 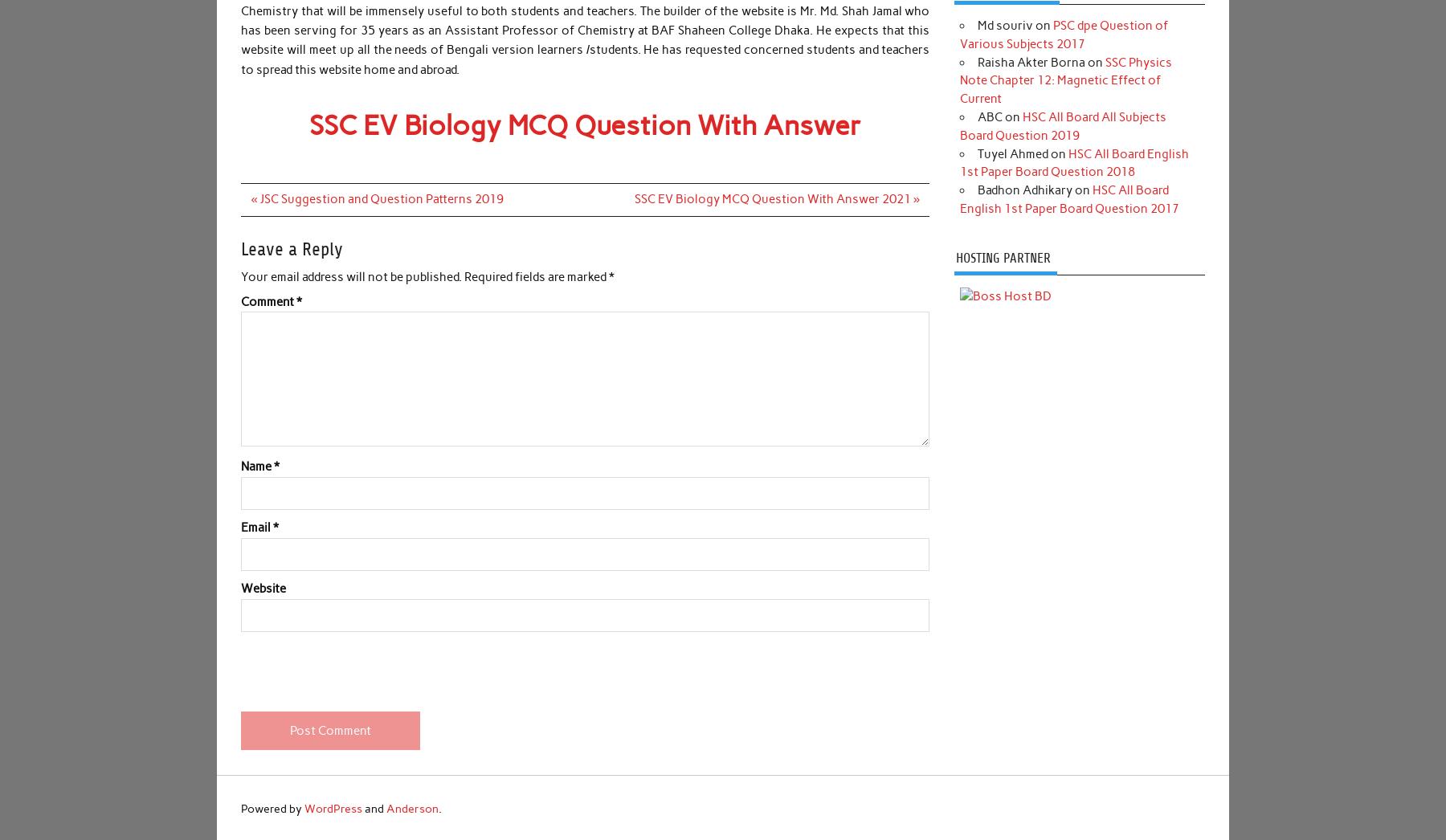 What do you see at coordinates (1064, 33) in the screenshot?
I see `'PSC dpe Question of Various Subjects 2017'` at bounding box center [1064, 33].